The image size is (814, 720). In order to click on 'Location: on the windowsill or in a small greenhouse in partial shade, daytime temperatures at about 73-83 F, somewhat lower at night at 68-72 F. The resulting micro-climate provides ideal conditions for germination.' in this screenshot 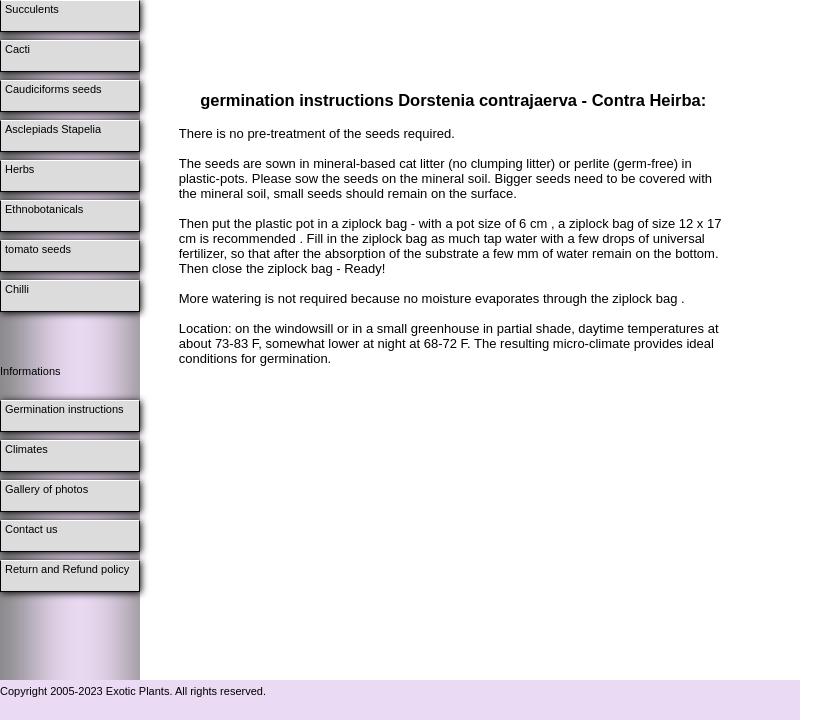, I will do `click(447, 342)`.